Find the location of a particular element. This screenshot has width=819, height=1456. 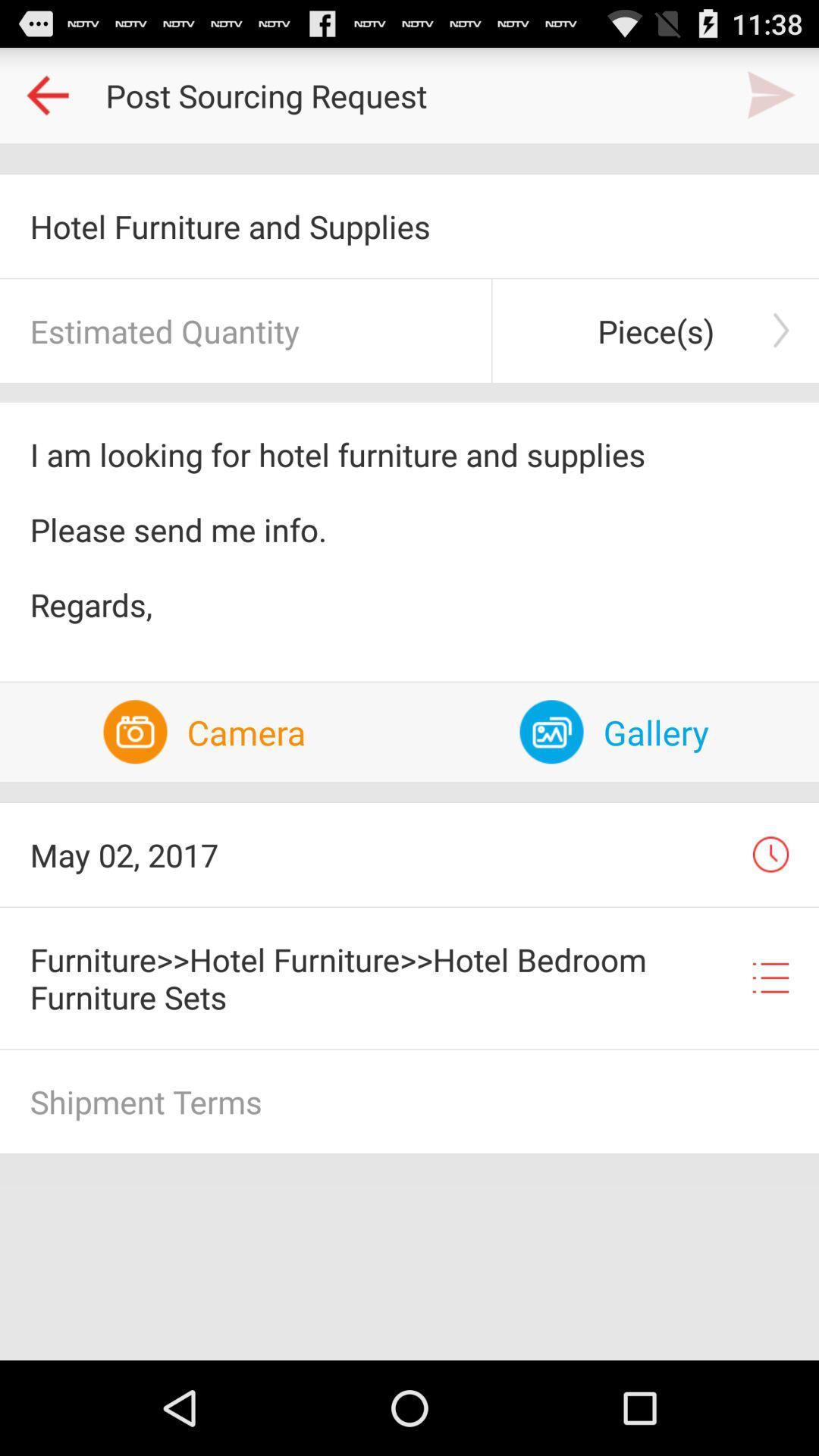

previous is located at coordinates (46, 94).